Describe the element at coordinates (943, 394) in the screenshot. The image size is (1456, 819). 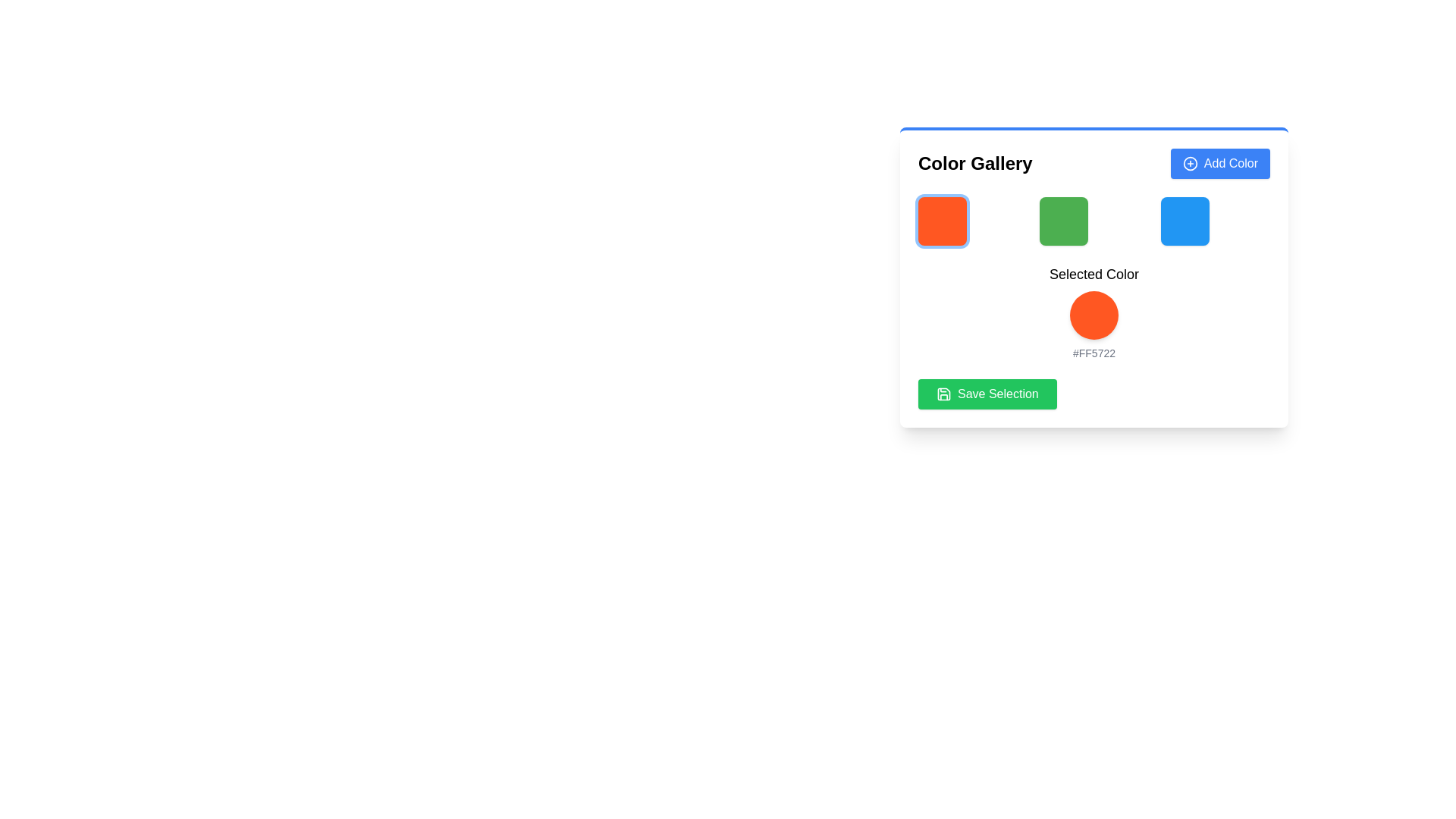
I see `the save icon located to the left of the 'Save Selection' button, which visually reinforces the save action` at that location.